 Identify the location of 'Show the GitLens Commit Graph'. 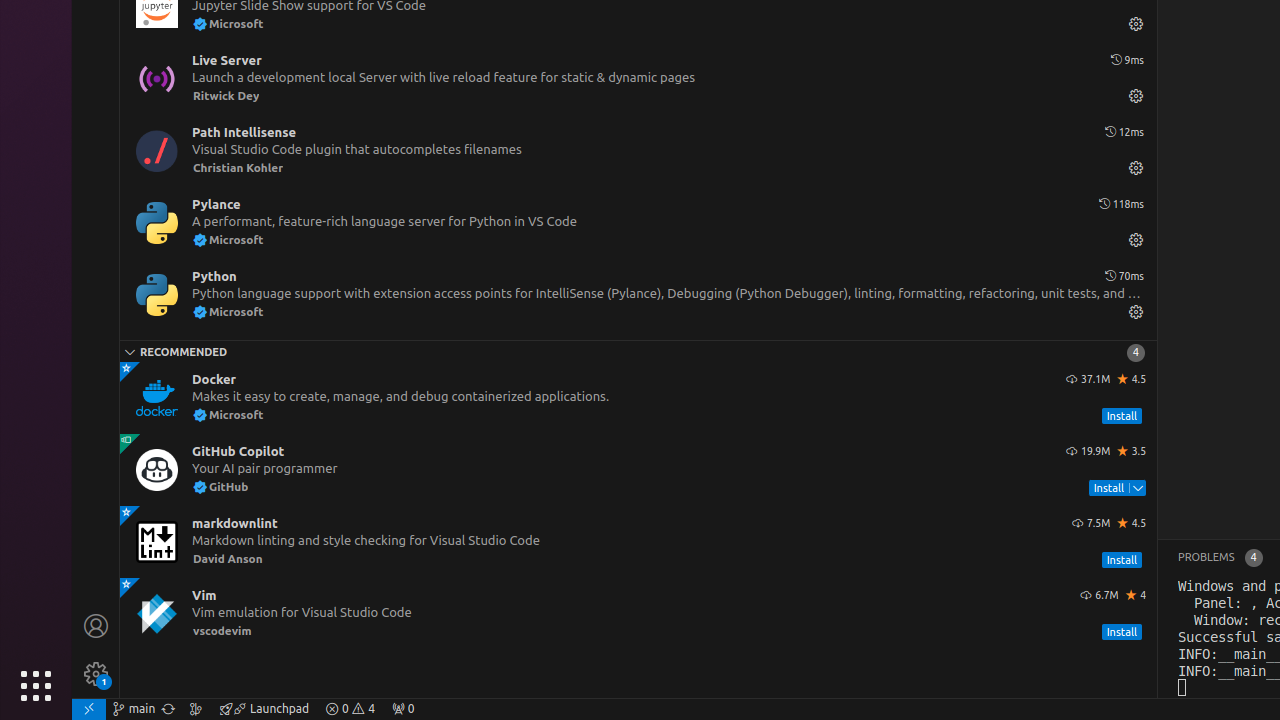
(196, 707).